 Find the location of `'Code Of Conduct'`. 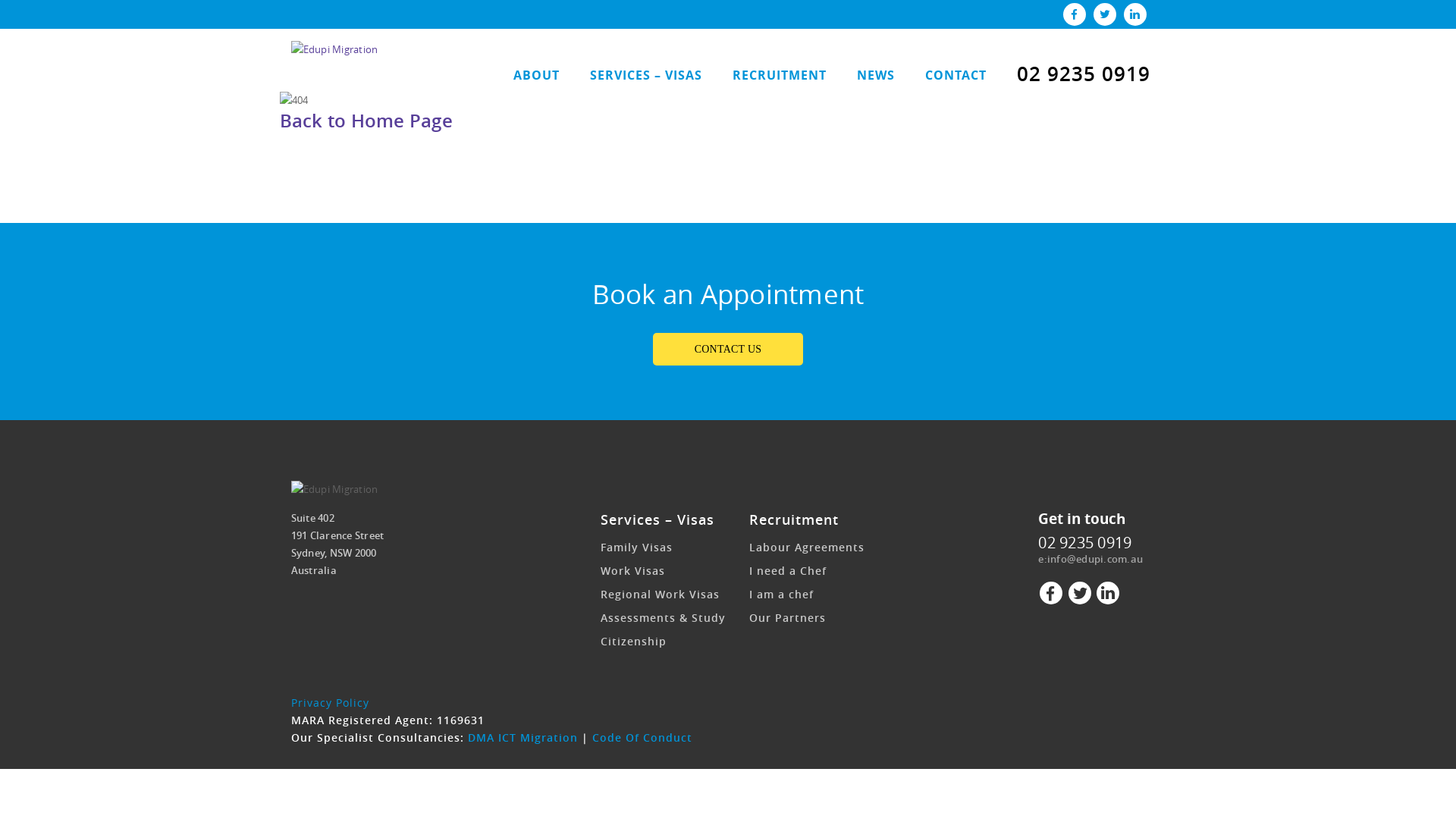

'Code Of Conduct' is located at coordinates (641, 736).